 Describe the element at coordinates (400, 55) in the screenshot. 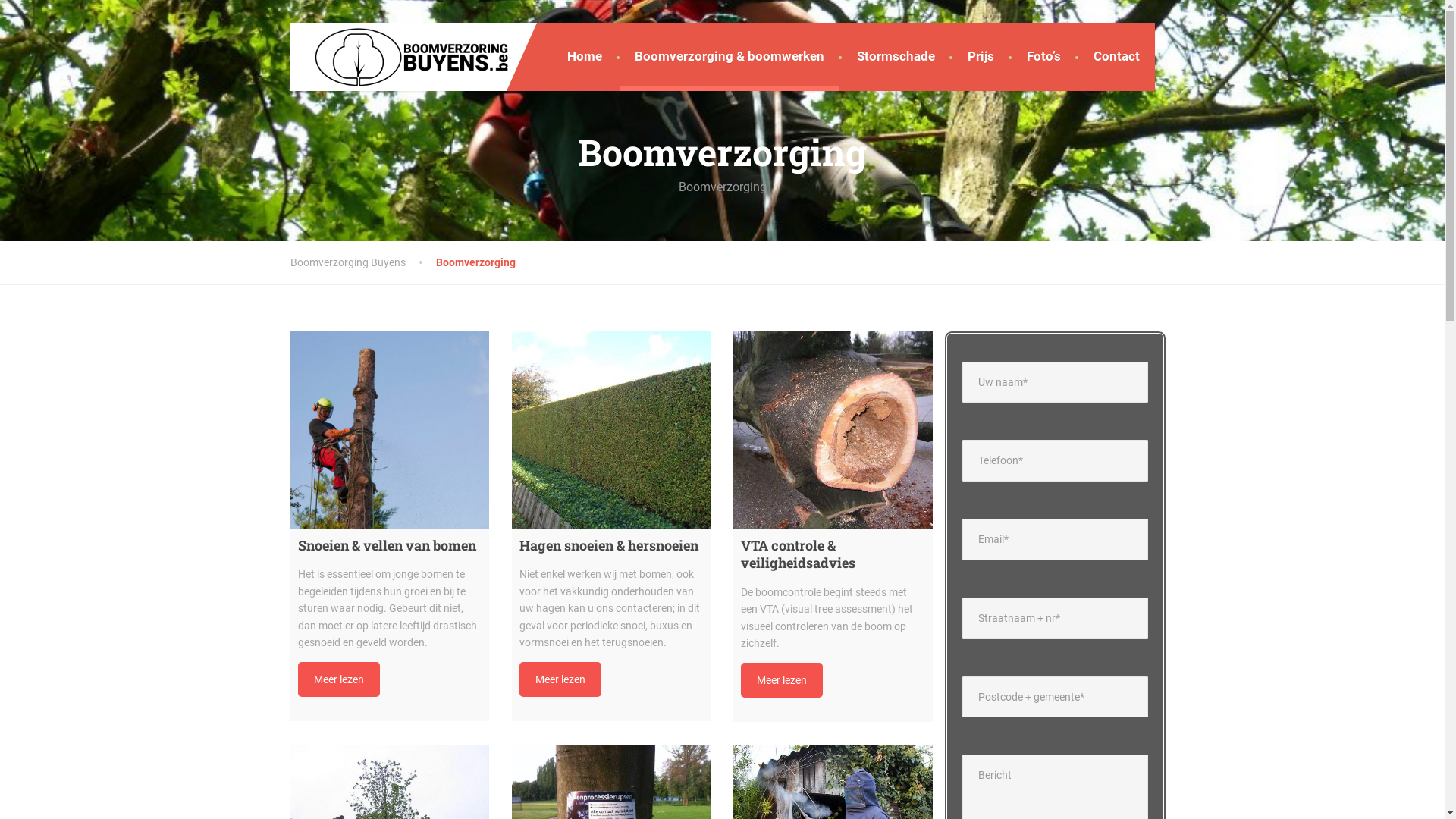

I see `'Boomverzorging Buyens'` at that location.